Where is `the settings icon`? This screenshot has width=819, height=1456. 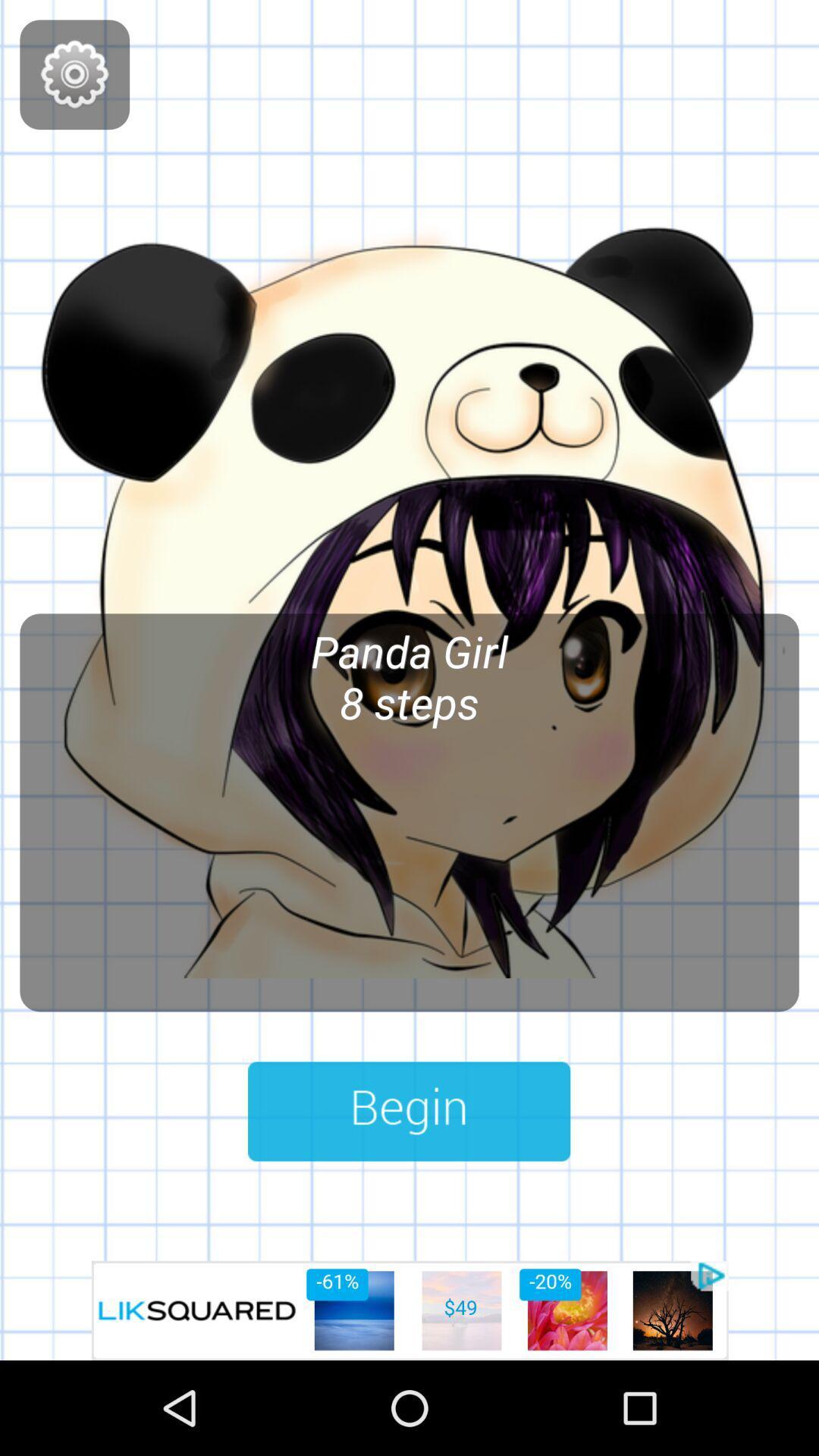
the settings icon is located at coordinates (74, 79).